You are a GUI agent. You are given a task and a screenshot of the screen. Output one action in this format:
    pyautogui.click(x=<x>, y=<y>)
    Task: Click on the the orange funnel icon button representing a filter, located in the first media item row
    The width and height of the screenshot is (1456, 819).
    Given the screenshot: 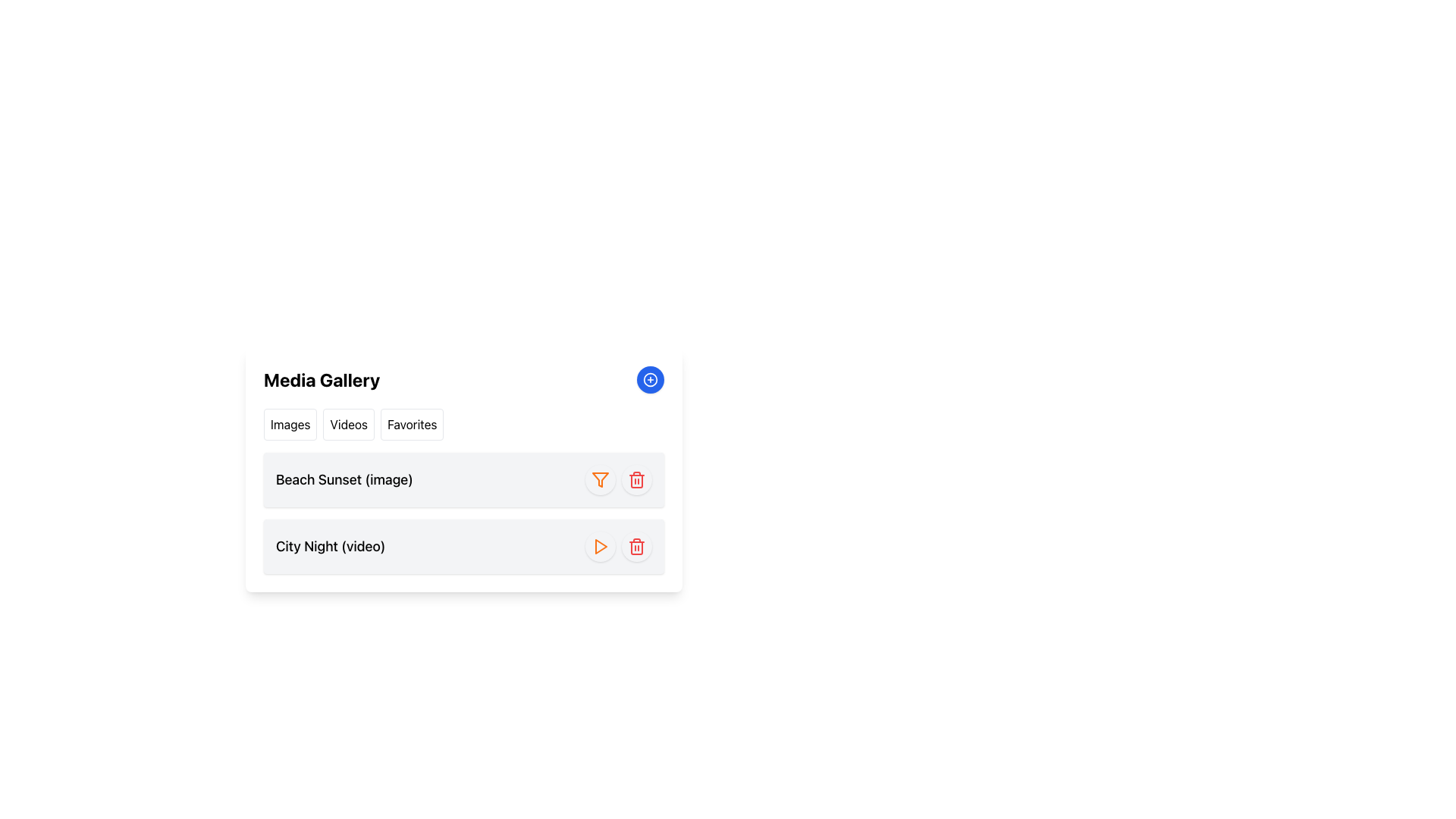 What is the action you would take?
    pyautogui.click(x=600, y=479)
    